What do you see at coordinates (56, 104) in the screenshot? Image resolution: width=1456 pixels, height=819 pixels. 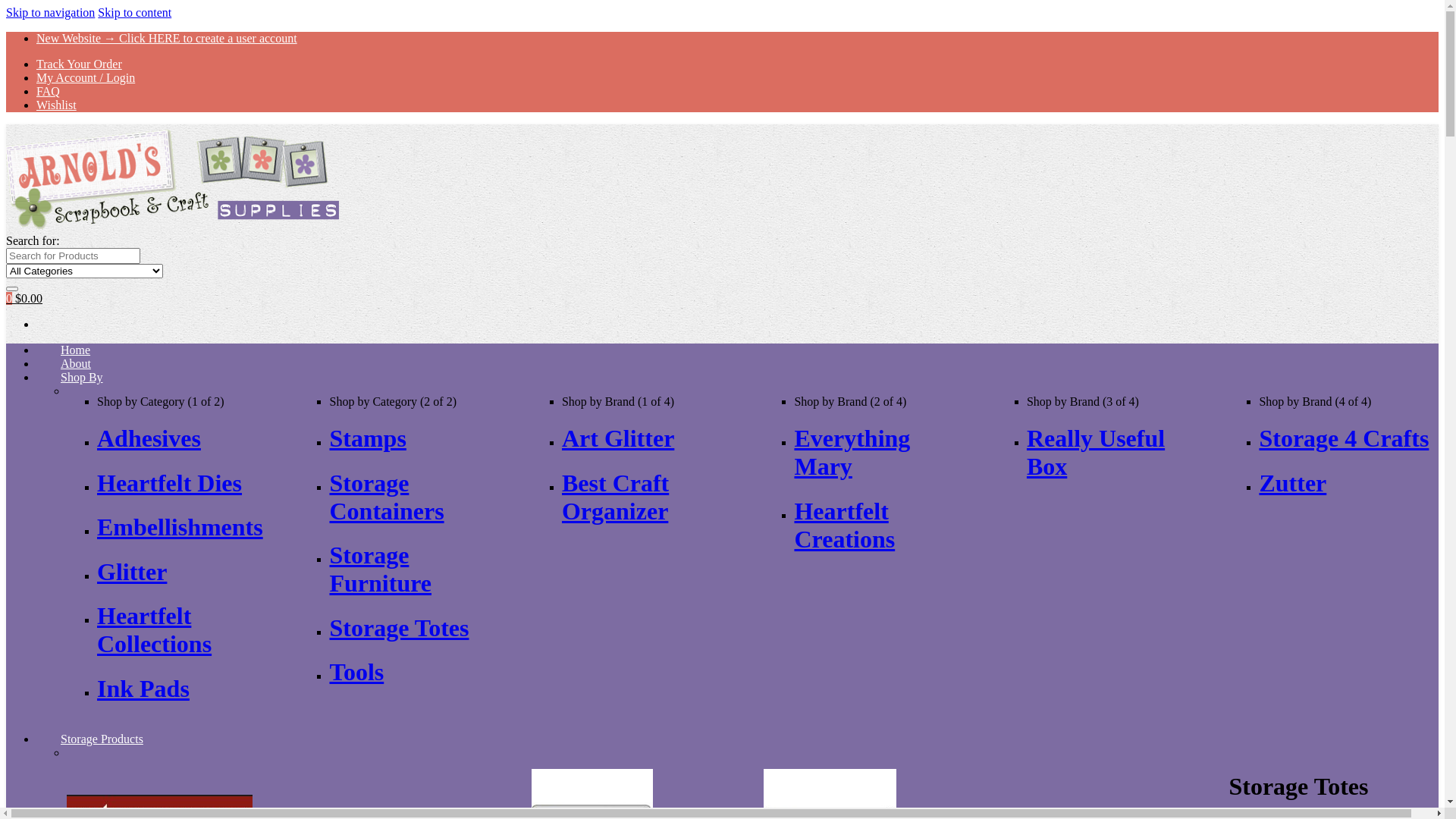 I see `'Wishlist'` at bounding box center [56, 104].